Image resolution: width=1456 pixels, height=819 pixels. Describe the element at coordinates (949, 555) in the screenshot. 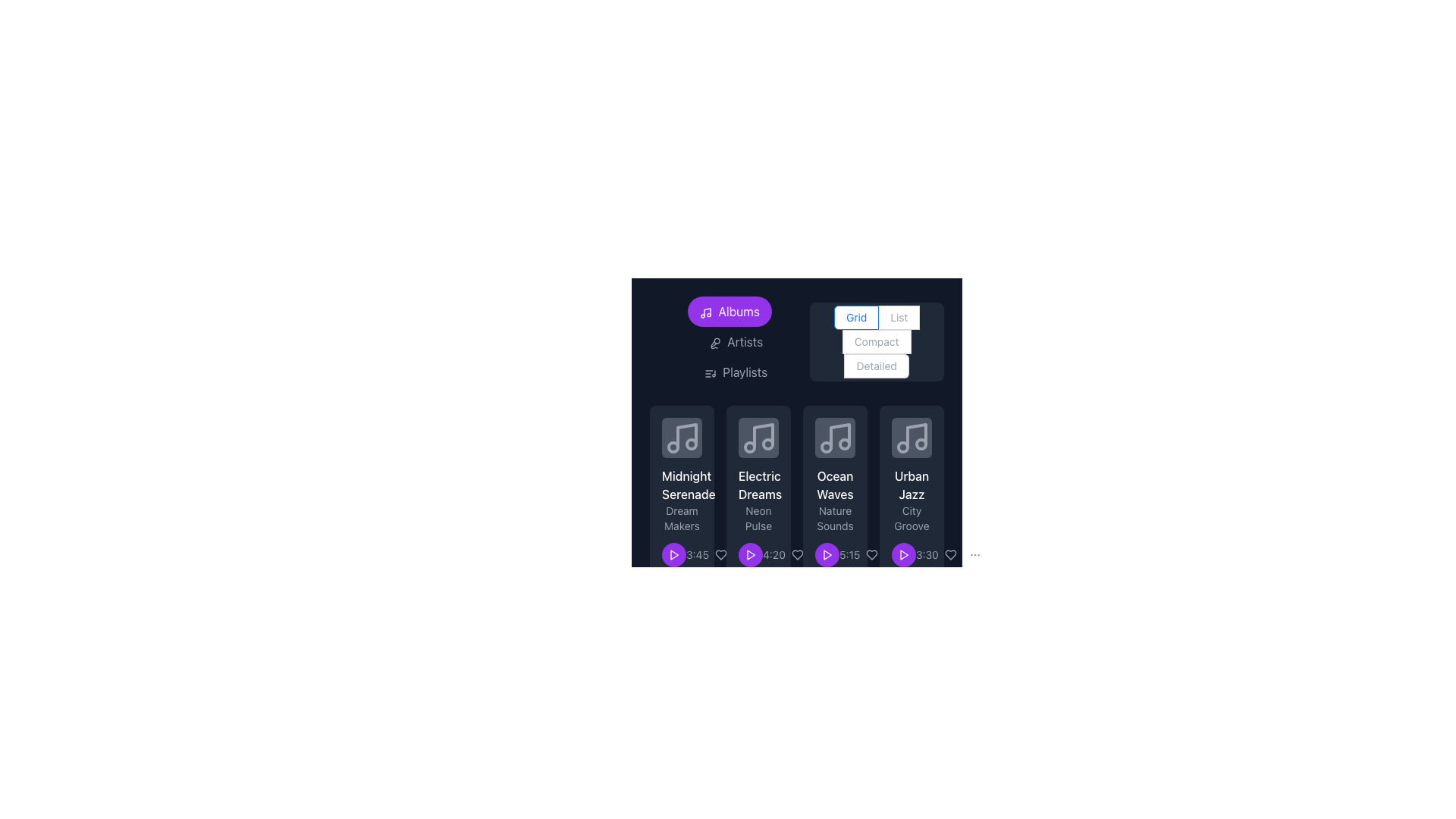

I see `the 'favorite' icon button located in the bottom-right corner of the last music card` at that location.